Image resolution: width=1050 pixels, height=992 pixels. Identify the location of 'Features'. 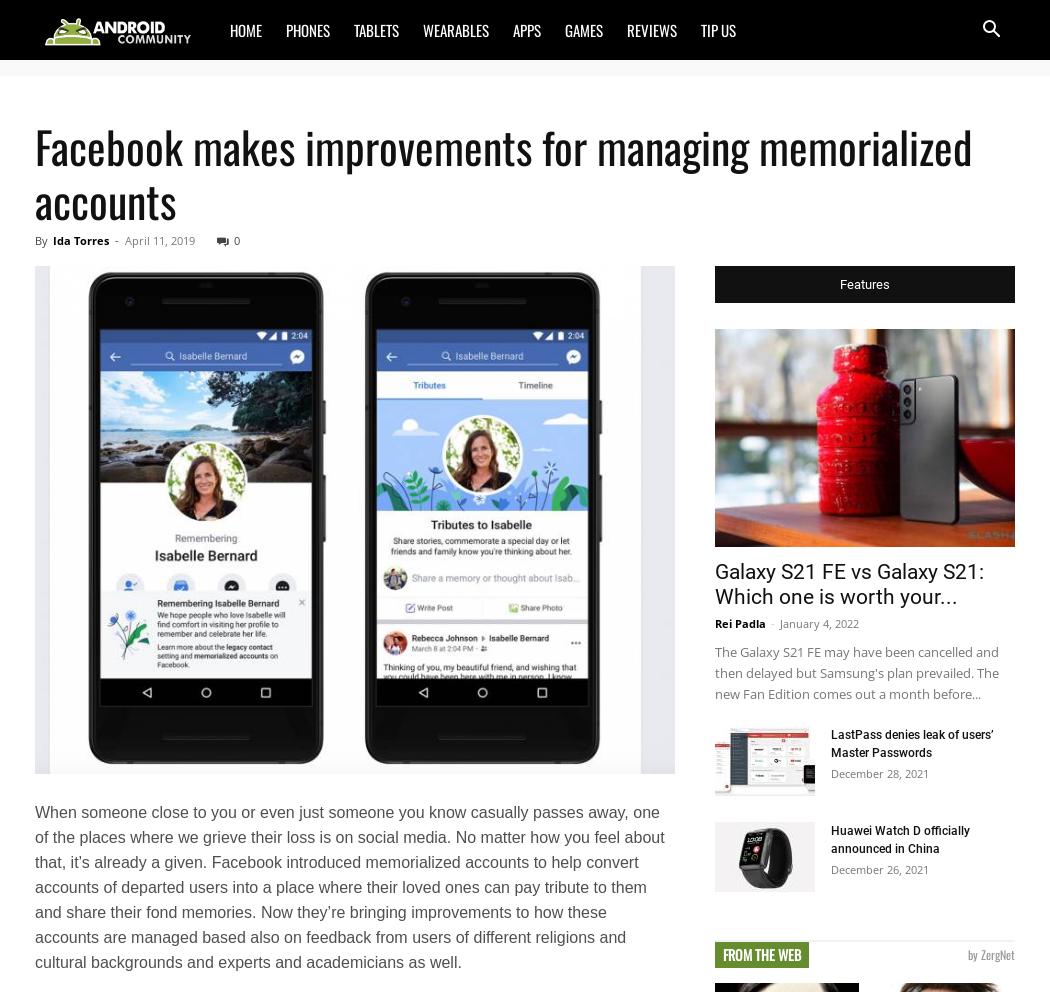
(840, 283).